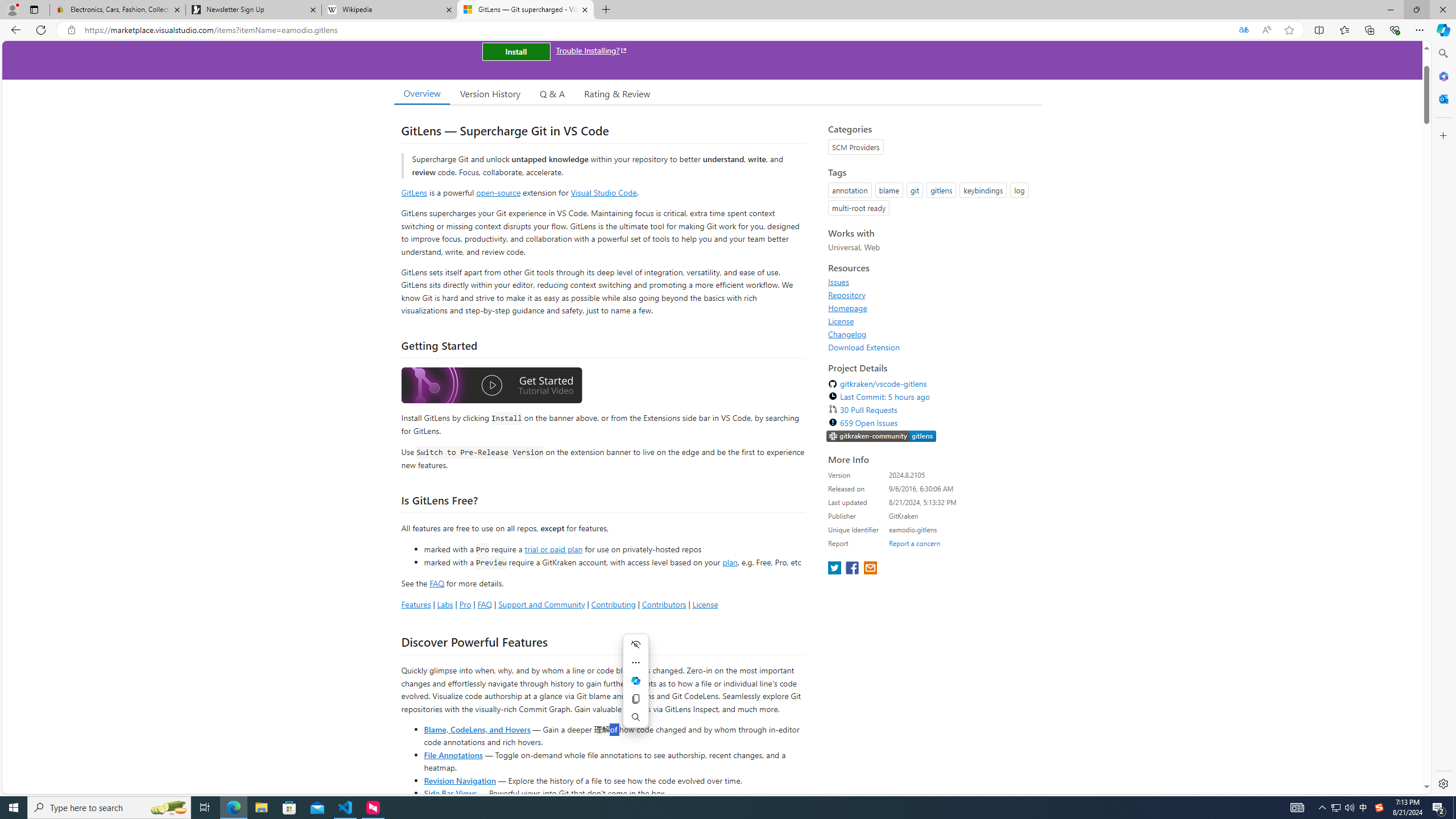  I want to click on 'Changelog', so click(846, 333).